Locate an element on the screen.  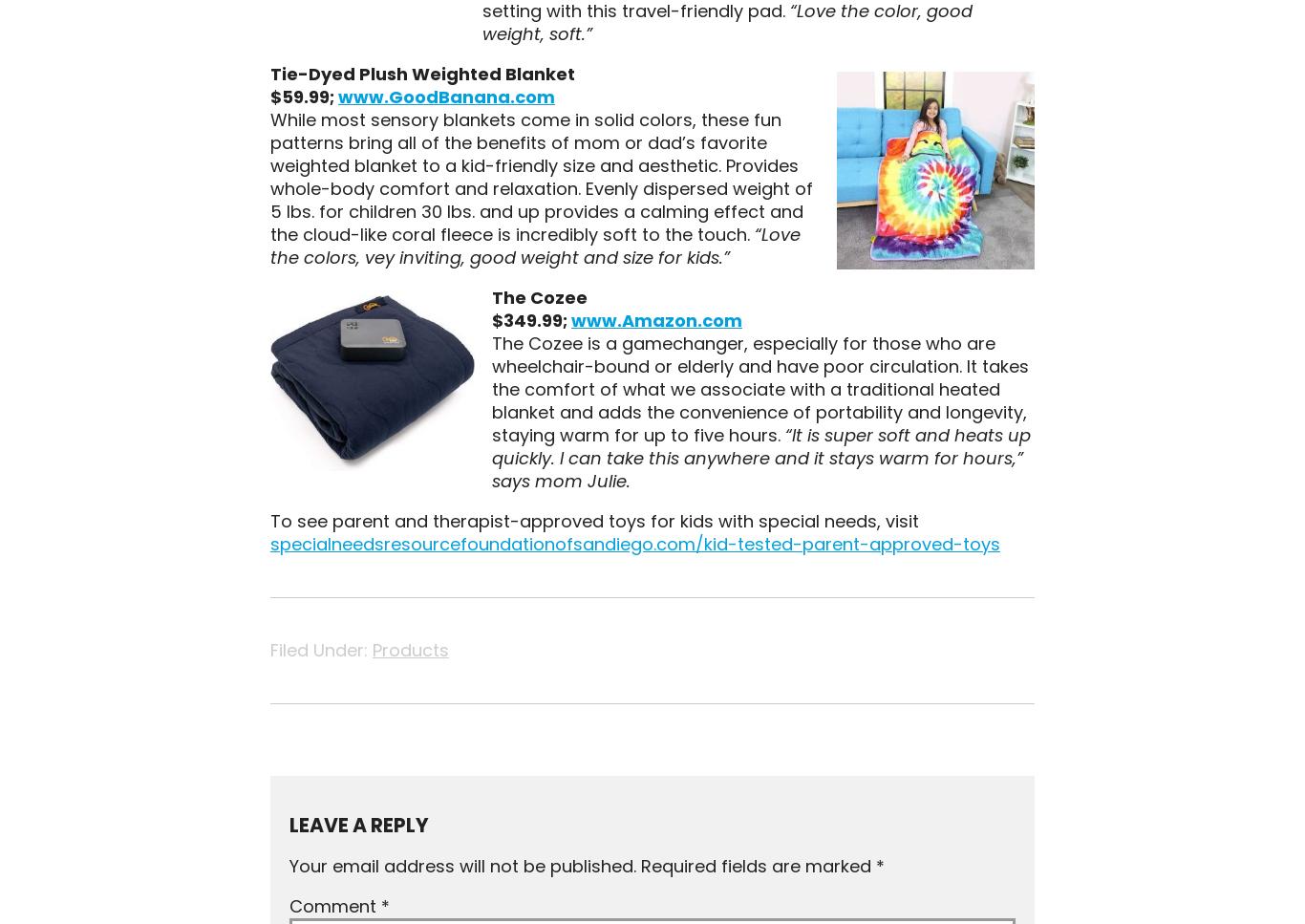
'Comment' is located at coordinates (332, 904).